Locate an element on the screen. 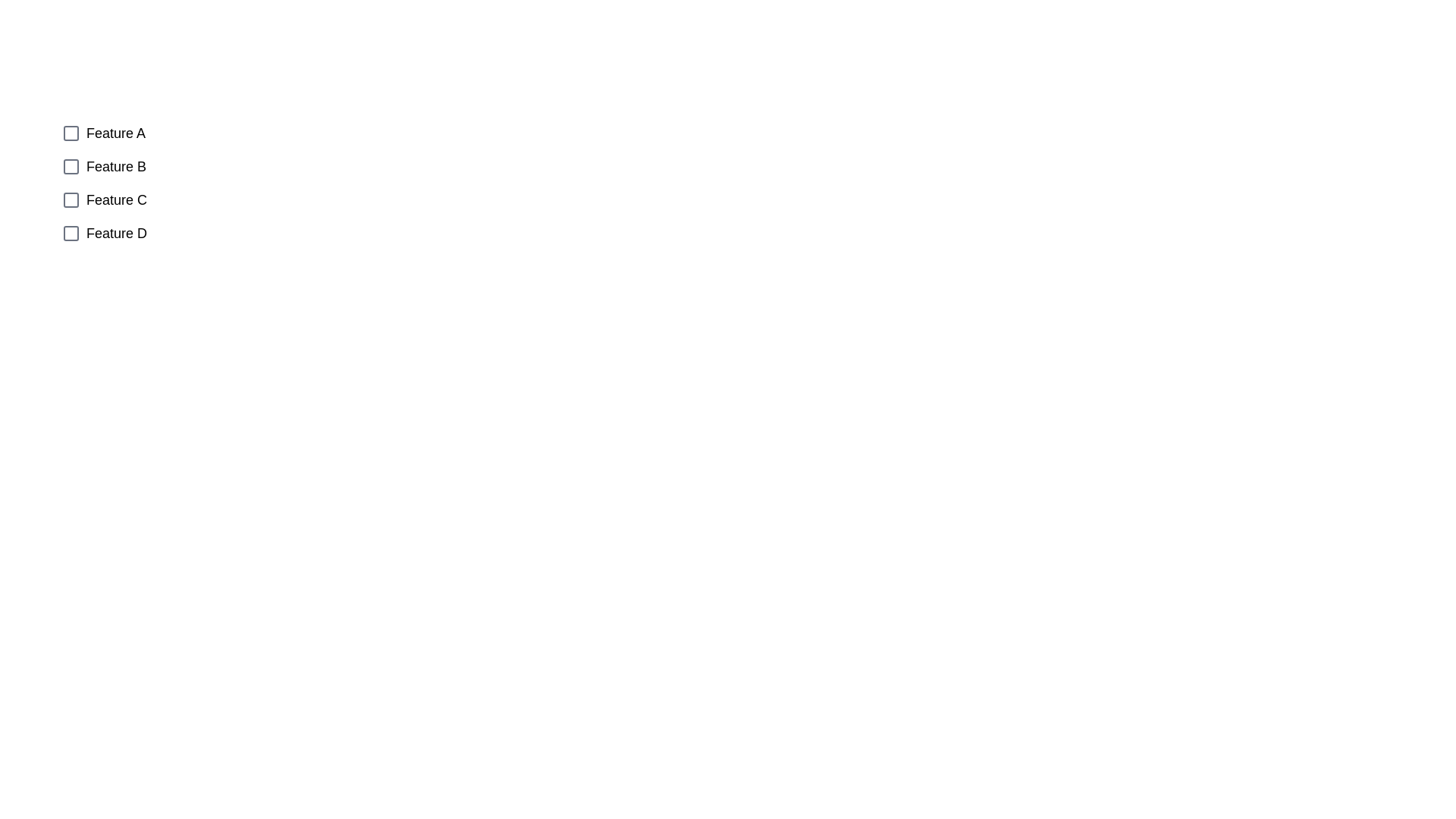  the checkbox corresponding to Feature A to observe its position is located at coordinates (103, 133).